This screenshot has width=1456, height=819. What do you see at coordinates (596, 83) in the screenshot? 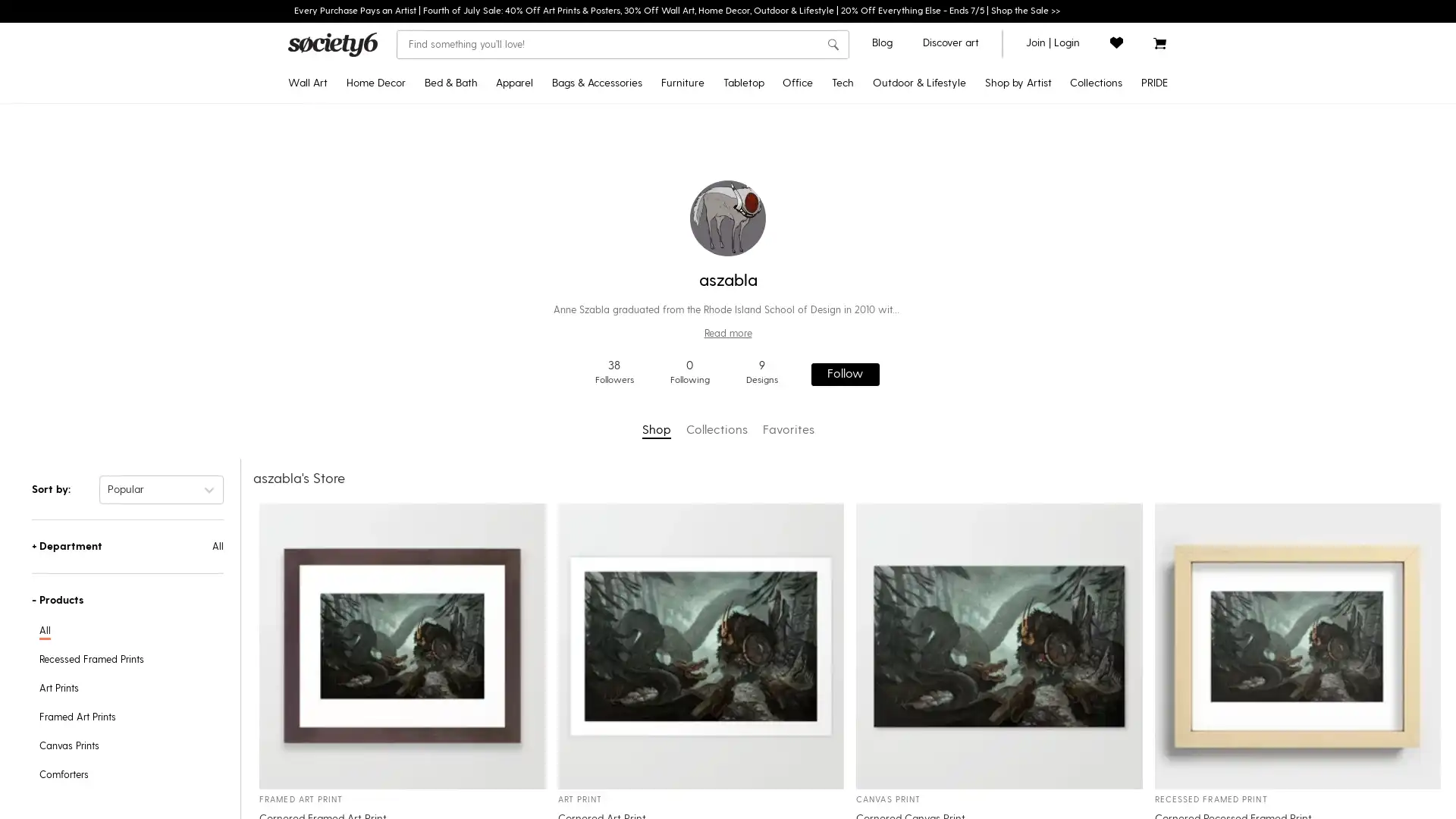
I see `Bags & Accessories` at bounding box center [596, 83].